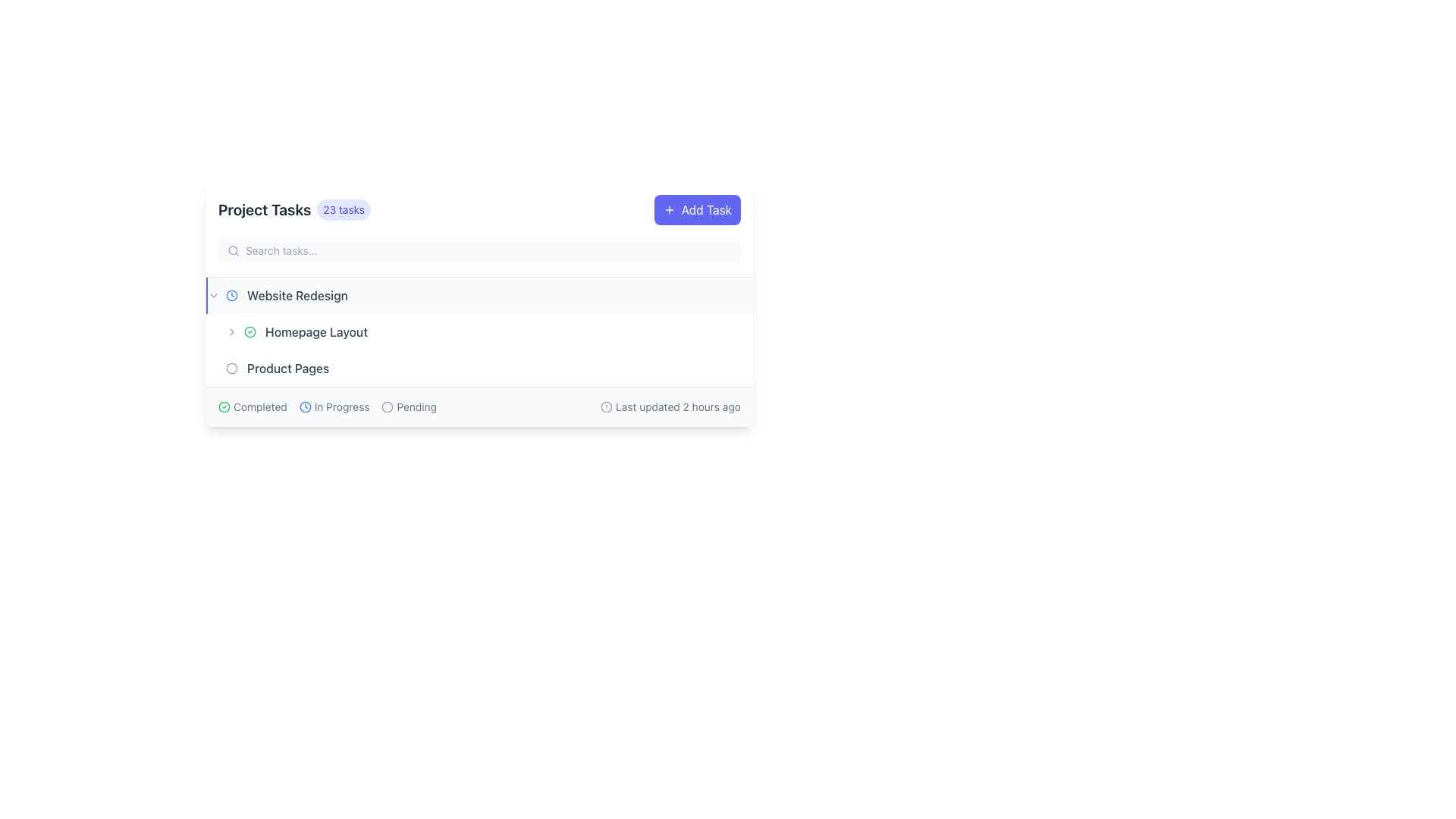  Describe the element at coordinates (294, 210) in the screenshot. I see `text label 'Project Tasks' with the accompanying badge displaying '23 tasks', located in the top-left section of the interface within the header-like bar` at that location.